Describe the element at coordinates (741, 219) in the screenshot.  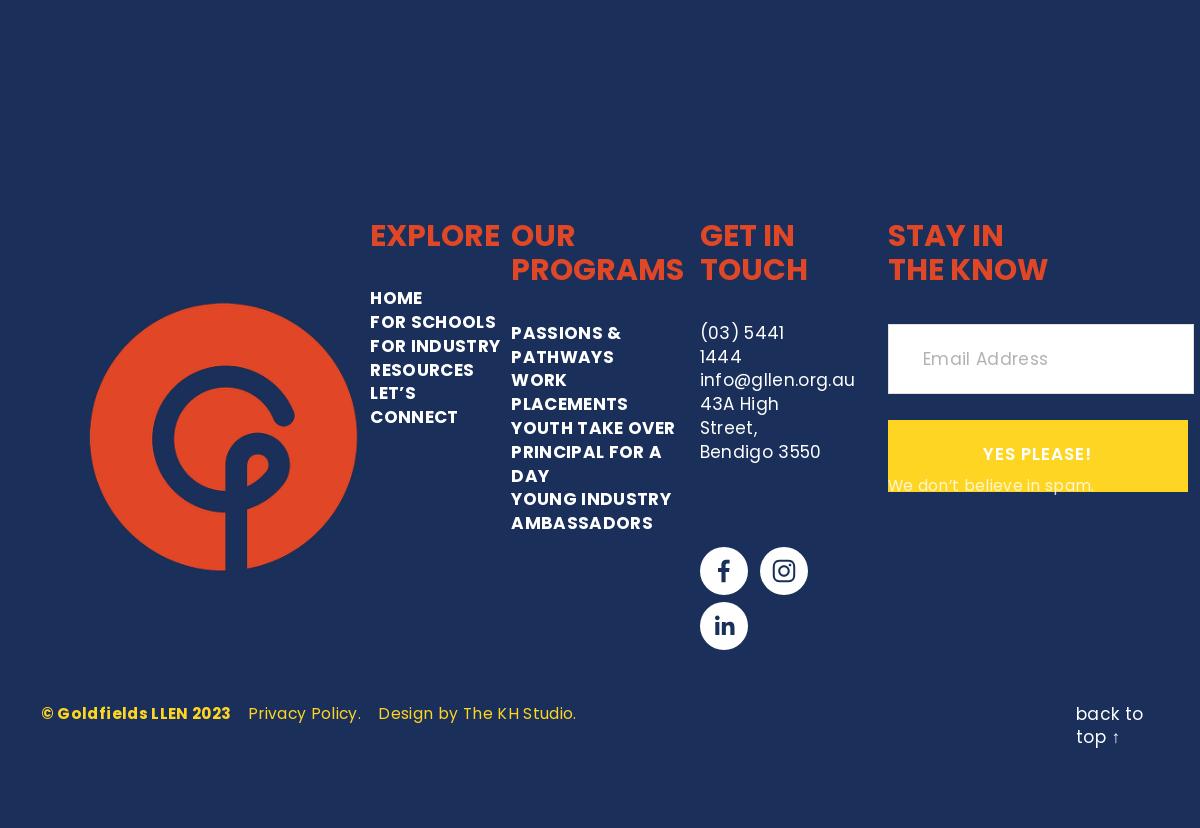
I see `'43A High Street,'` at that location.